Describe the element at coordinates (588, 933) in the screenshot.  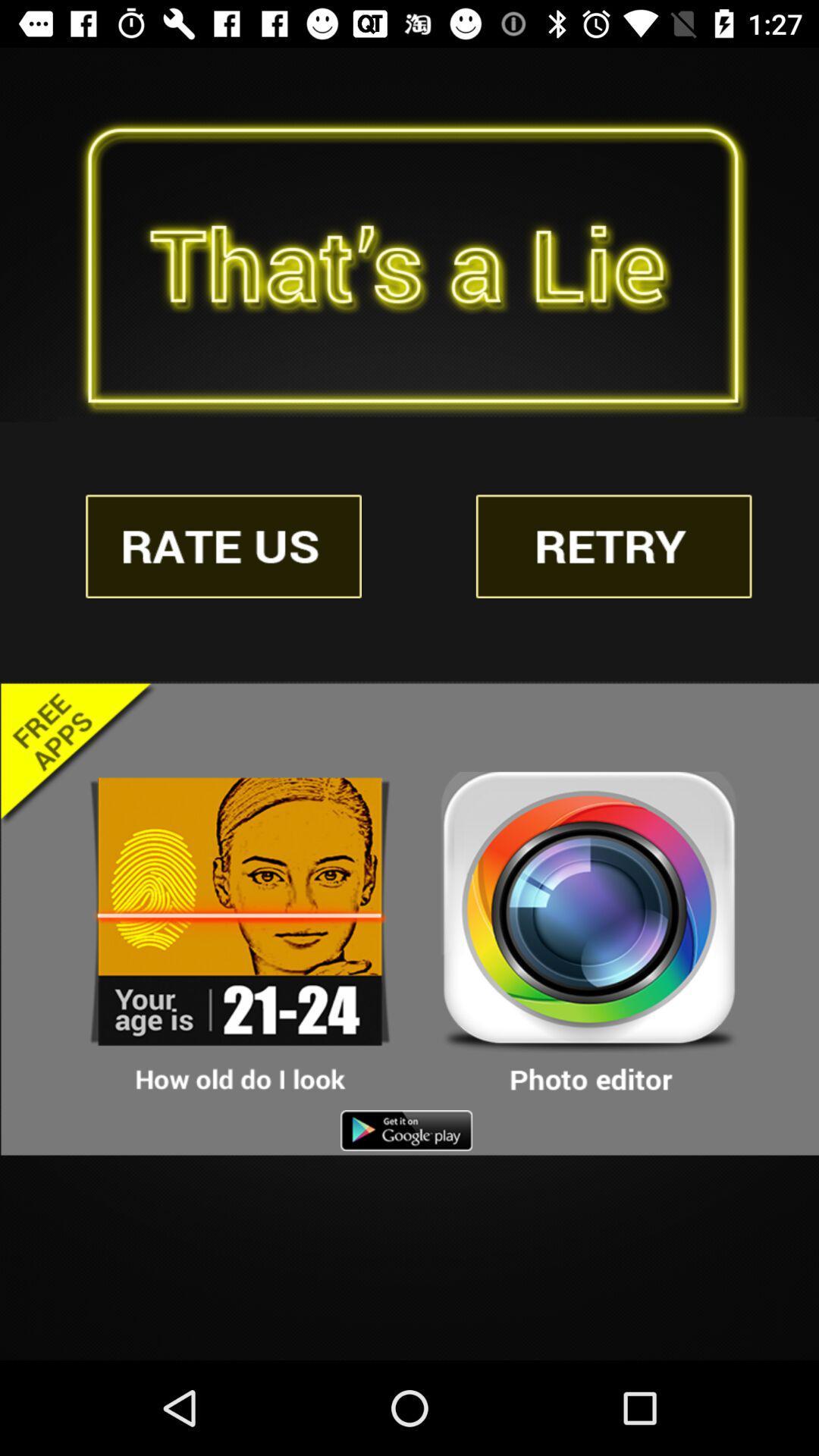
I see `open photo editor` at that location.